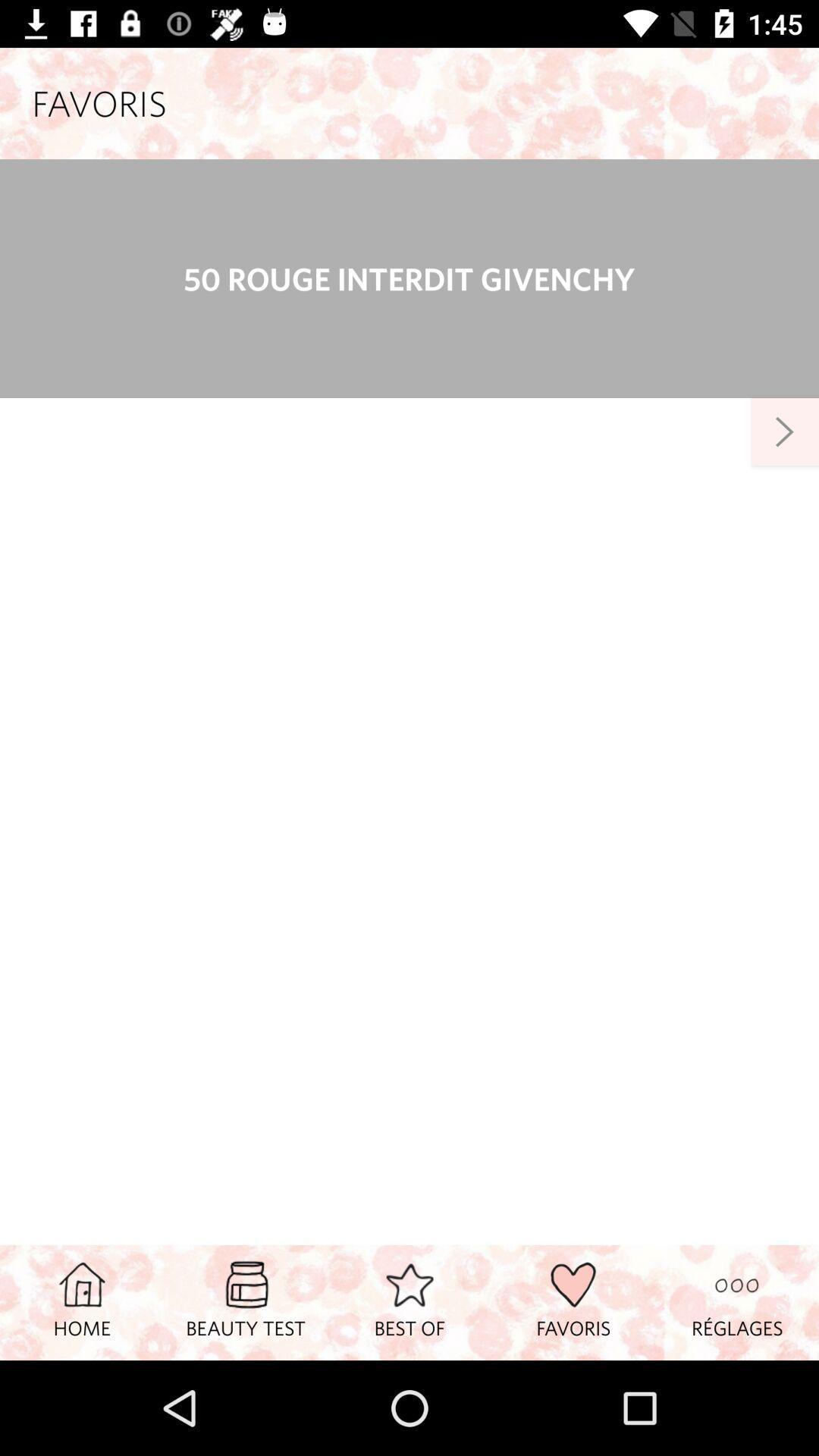  What do you see at coordinates (245, 1301) in the screenshot?
I see `beauty test` at bounding box center [245, 1301].